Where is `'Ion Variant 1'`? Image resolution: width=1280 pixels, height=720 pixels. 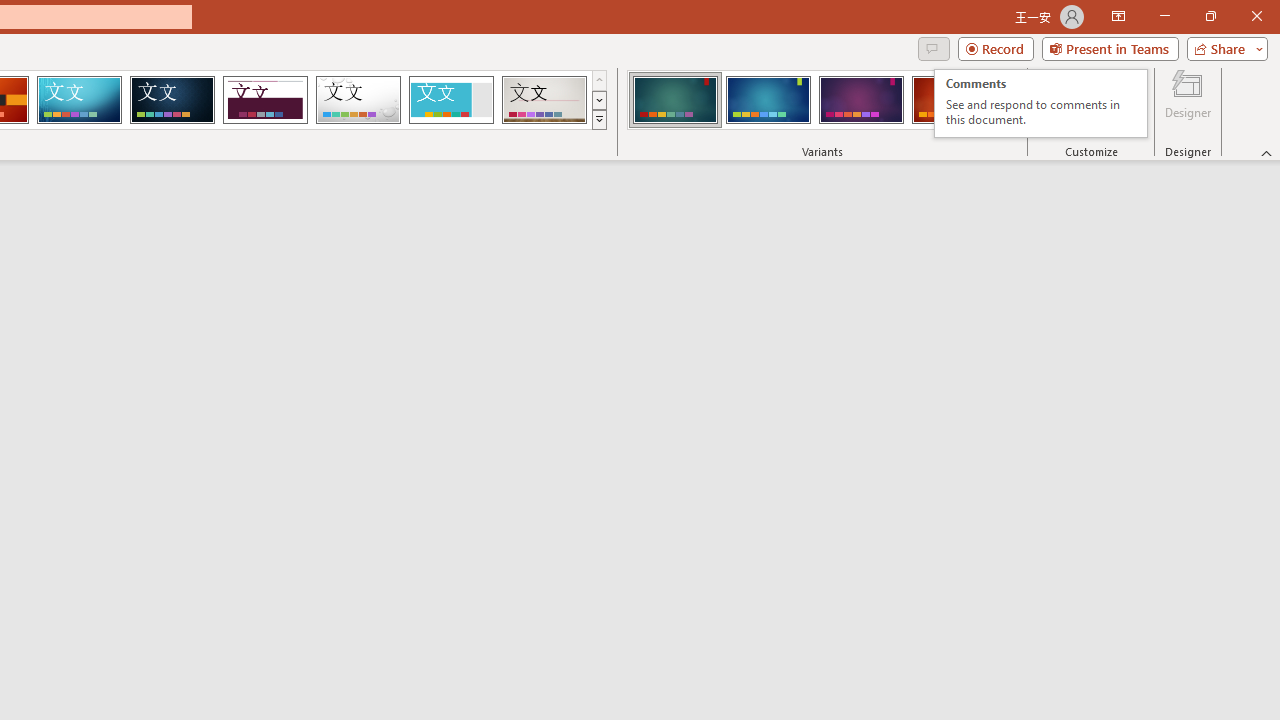 'Ion Variant 1' is located at coordinates (675, 100).